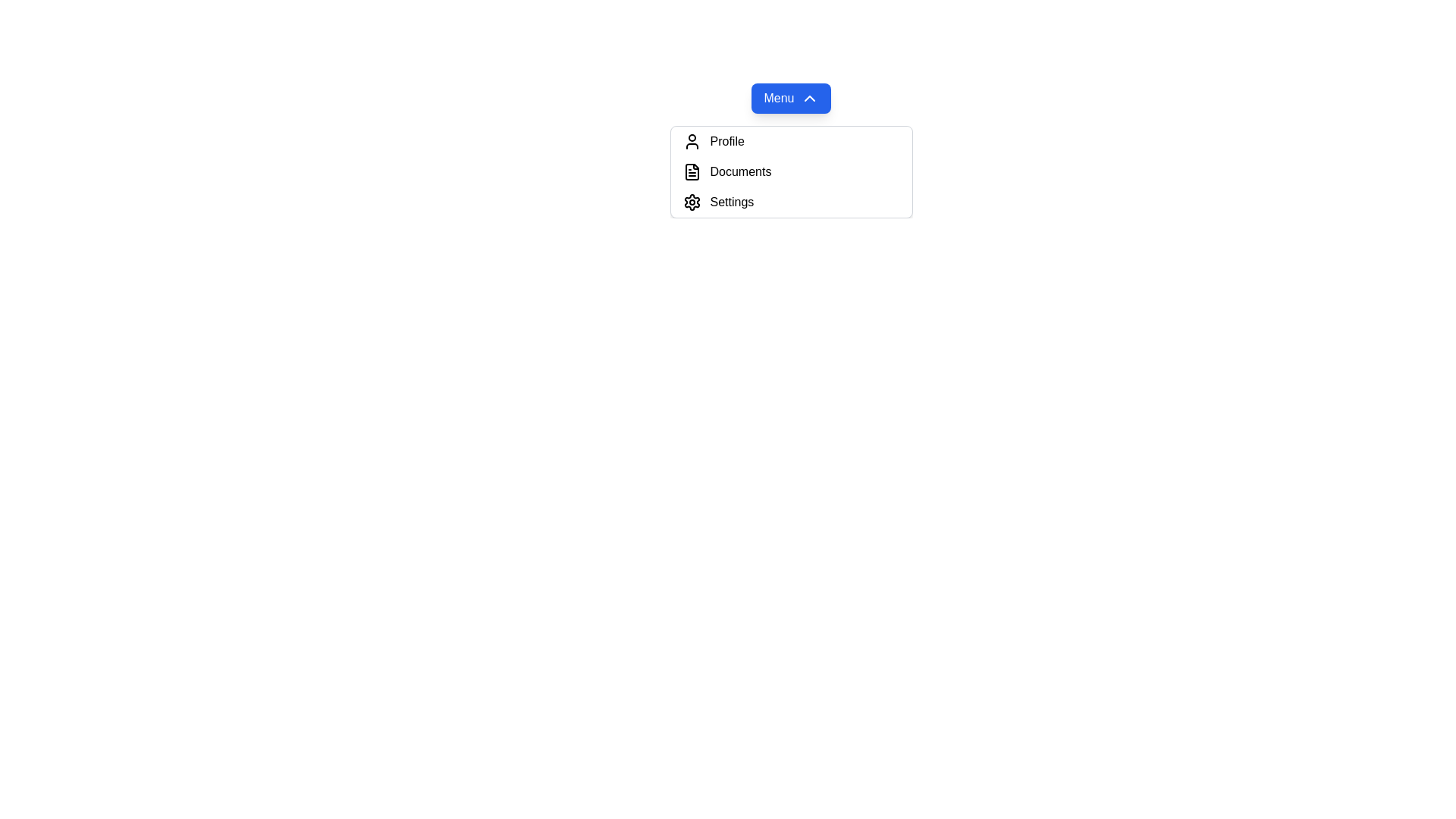  I want to click on the second item in the dropdown menu, which is positioned between 'Profile' and 'Settings' and relates to 'Documents', so click(790, 171).